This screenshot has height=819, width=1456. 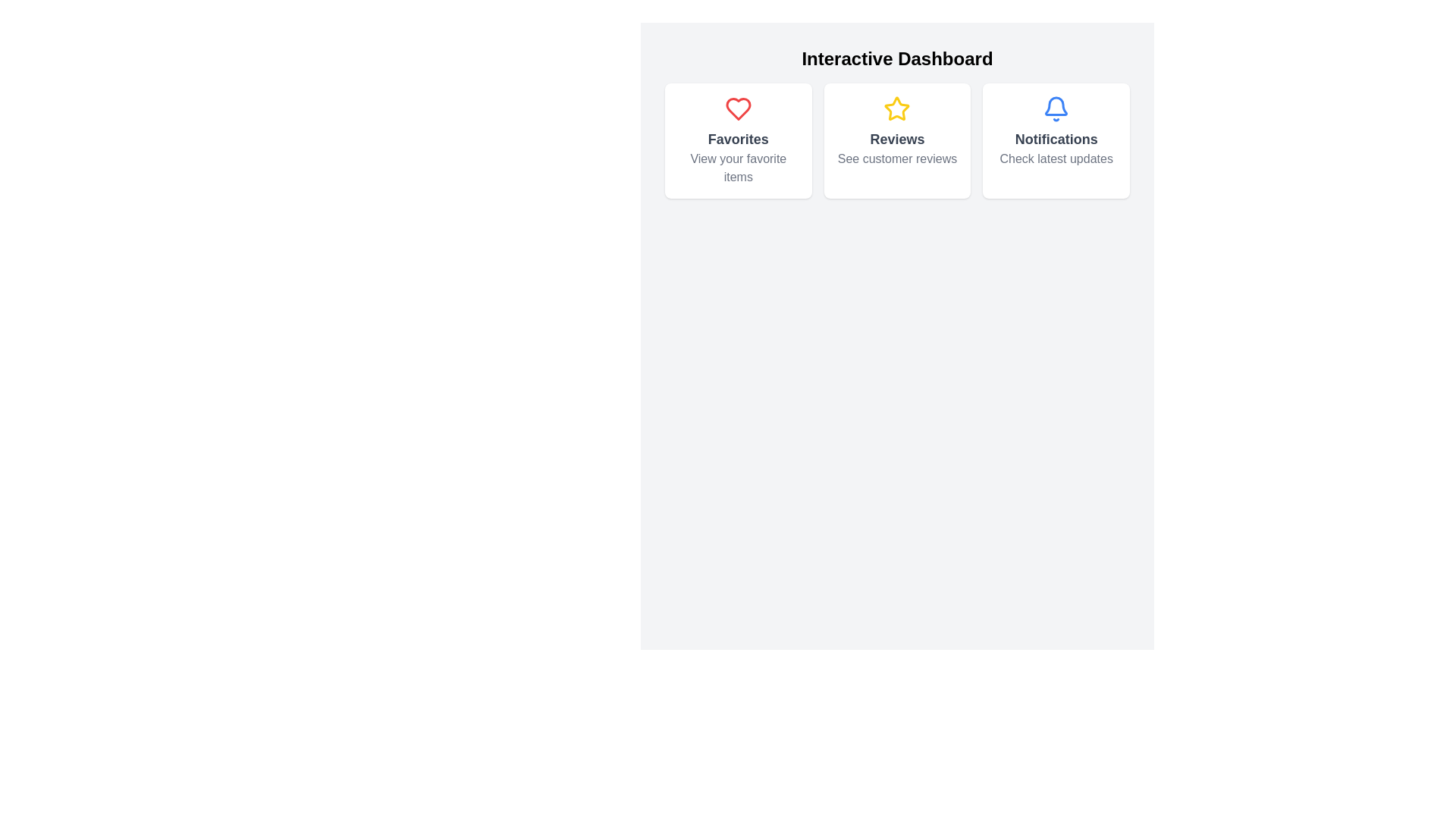 What do you see at coordinates (897, 158) in the screenshot?
I see `the text label displaying 'See customer reviews' with a gray font, located centrally within the 'Reviews' card under the 'Interactive Dashboard'` at bounding box center [897, 158].